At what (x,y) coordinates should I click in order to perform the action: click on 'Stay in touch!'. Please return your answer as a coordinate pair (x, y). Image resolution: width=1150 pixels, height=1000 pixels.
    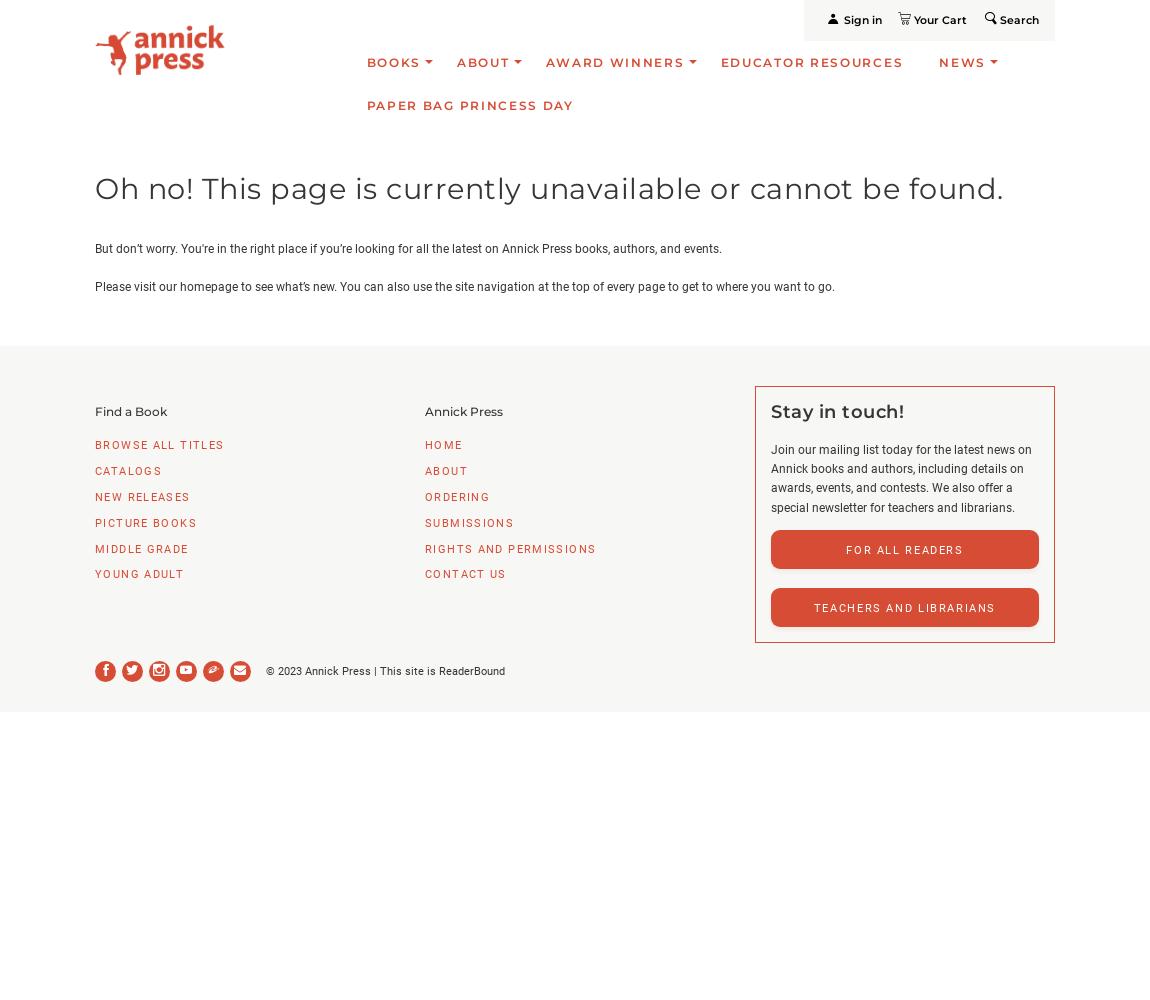
    Looking at the image, I should click on (836, 411).